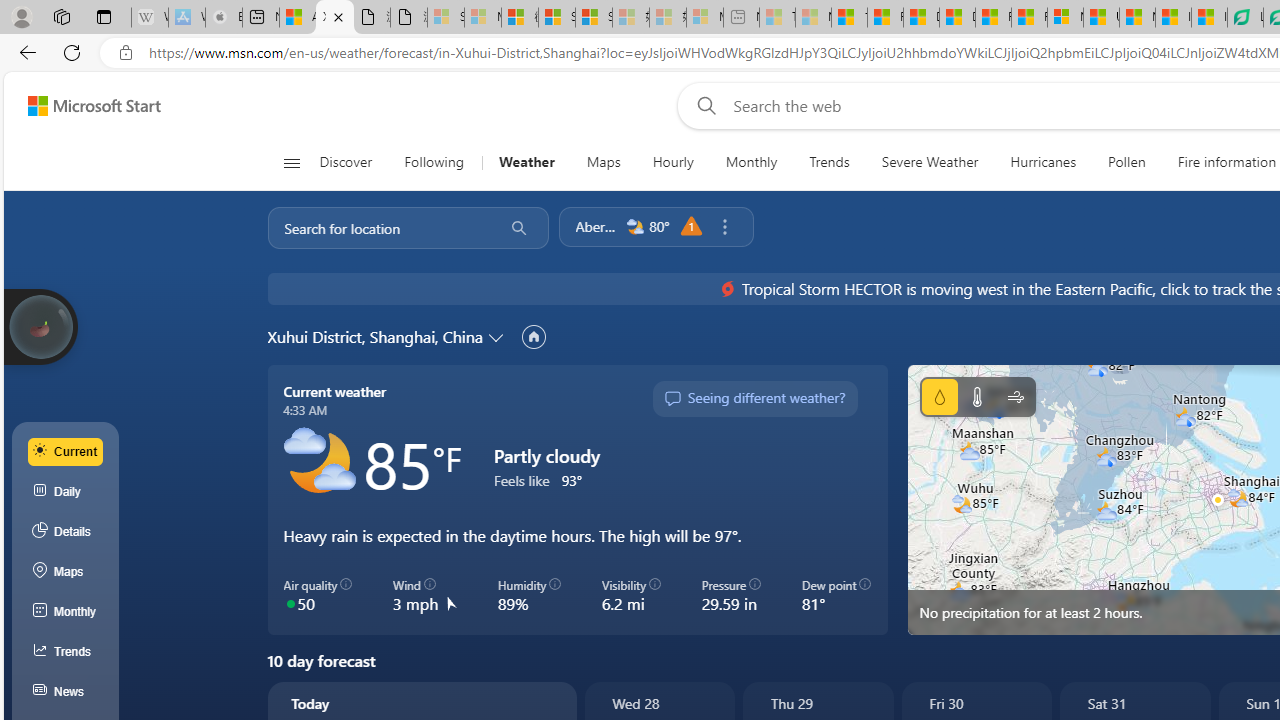  What do you see at coordinates (1127, 162) in the screenshot?
I see `'Pollen'` at bounding box center [1127, 162].